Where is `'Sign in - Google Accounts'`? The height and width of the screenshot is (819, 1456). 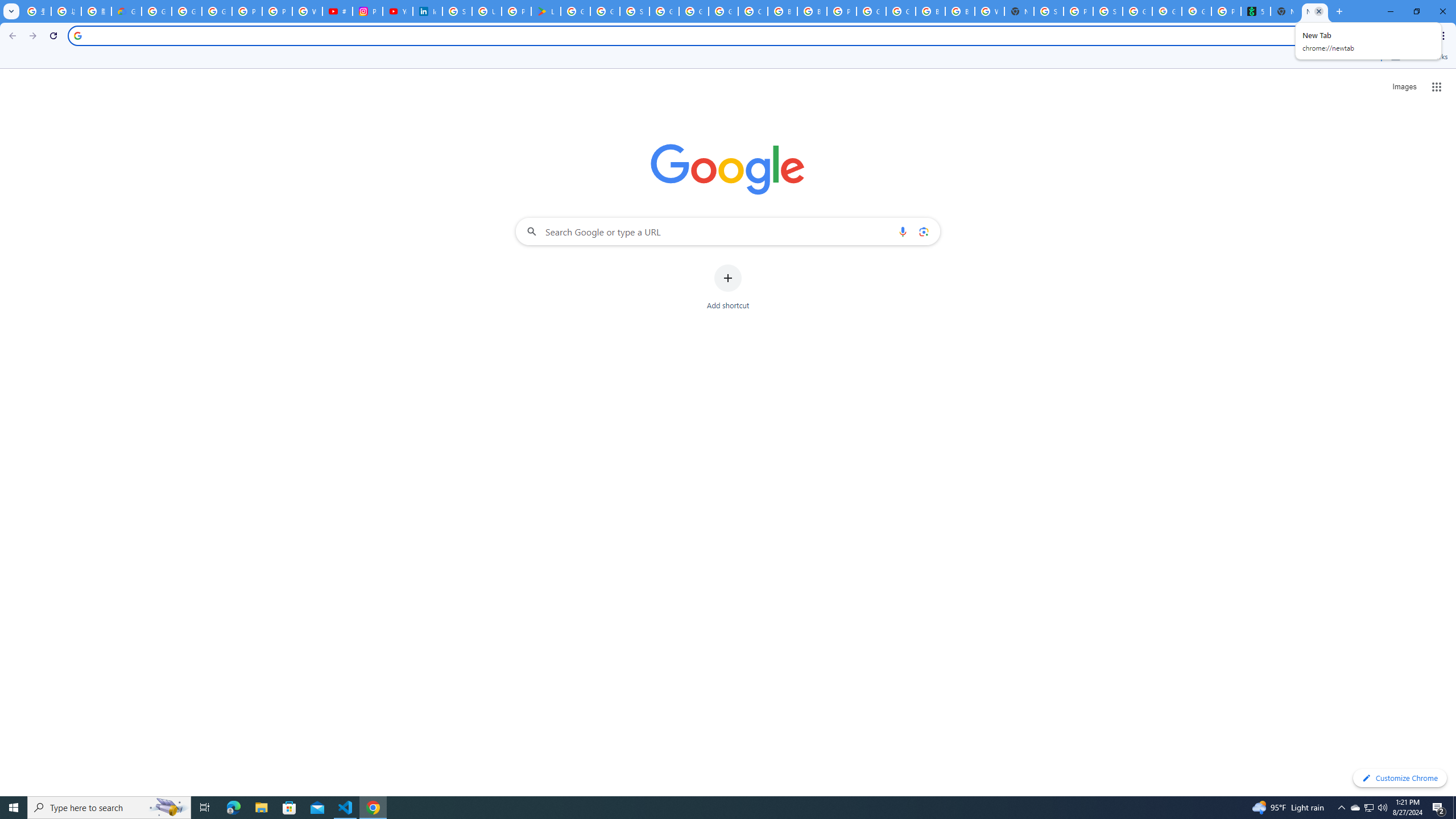 'Sign in - Google Accounts' is located at coordinates (1048, 11).